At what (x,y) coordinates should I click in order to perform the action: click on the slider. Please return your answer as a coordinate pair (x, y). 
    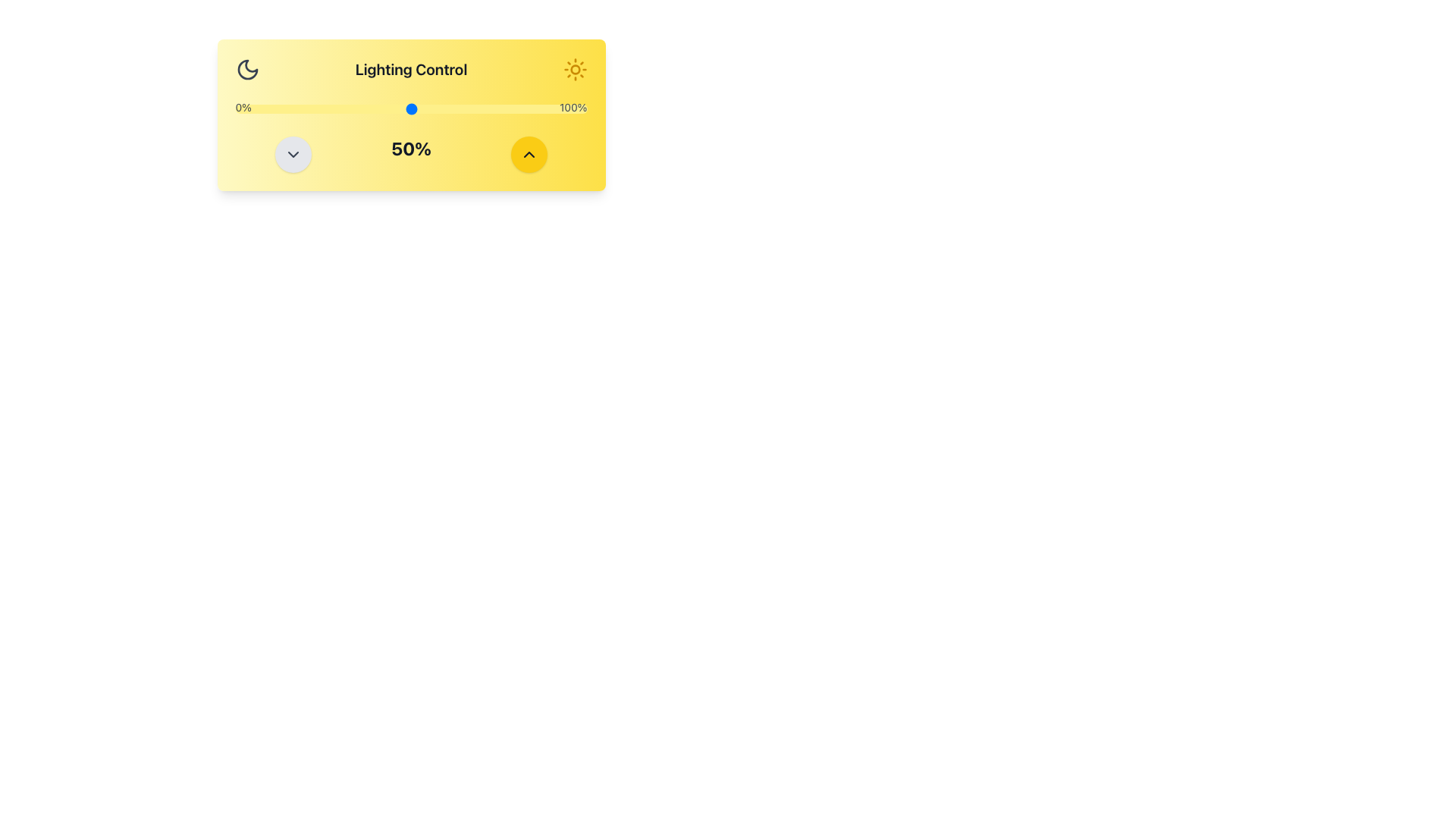
    Looking at the image, I should click on (386, 108).